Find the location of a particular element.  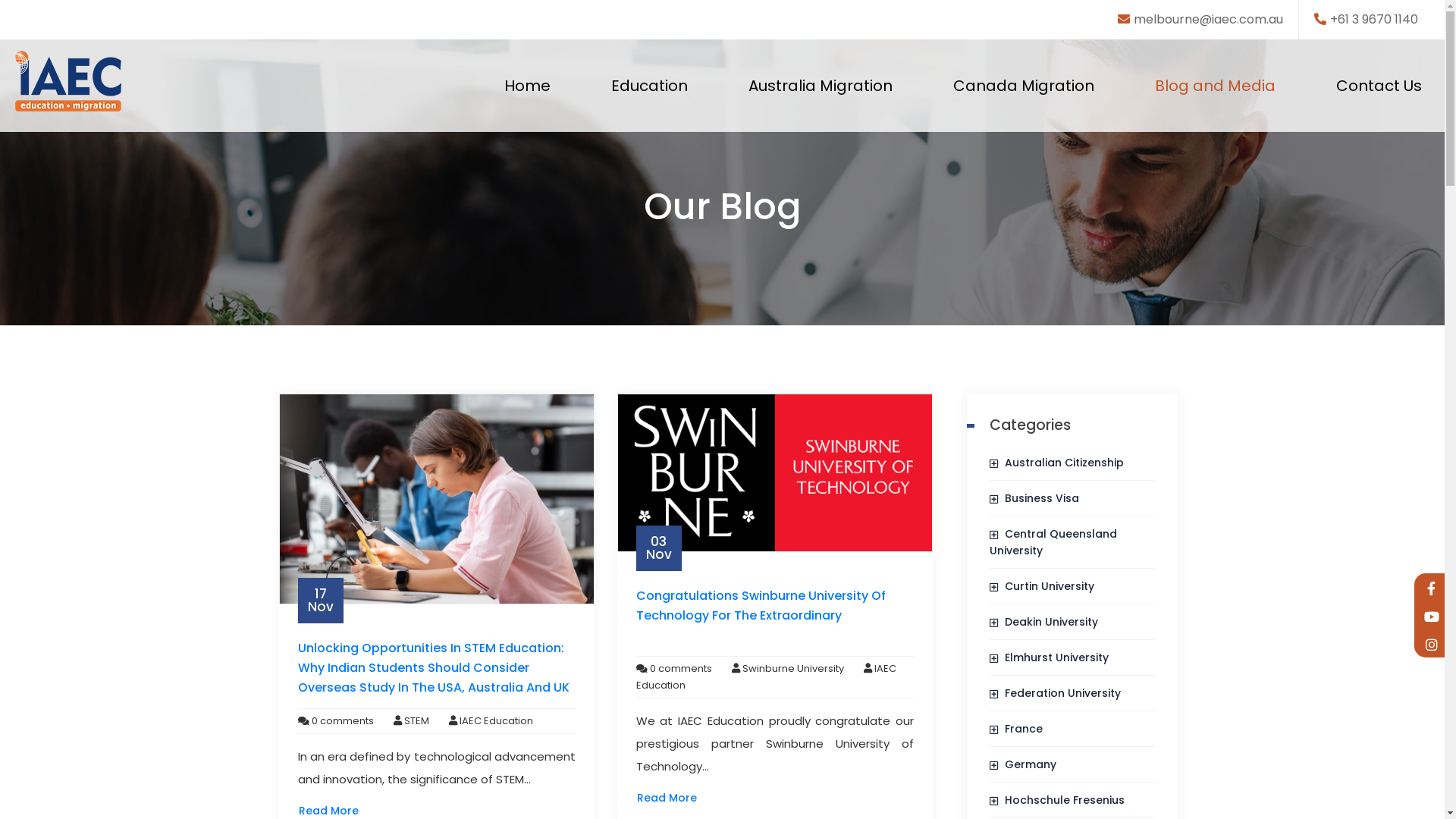

'+61 3 9670 1140' is located at coordinates (1366, 19).